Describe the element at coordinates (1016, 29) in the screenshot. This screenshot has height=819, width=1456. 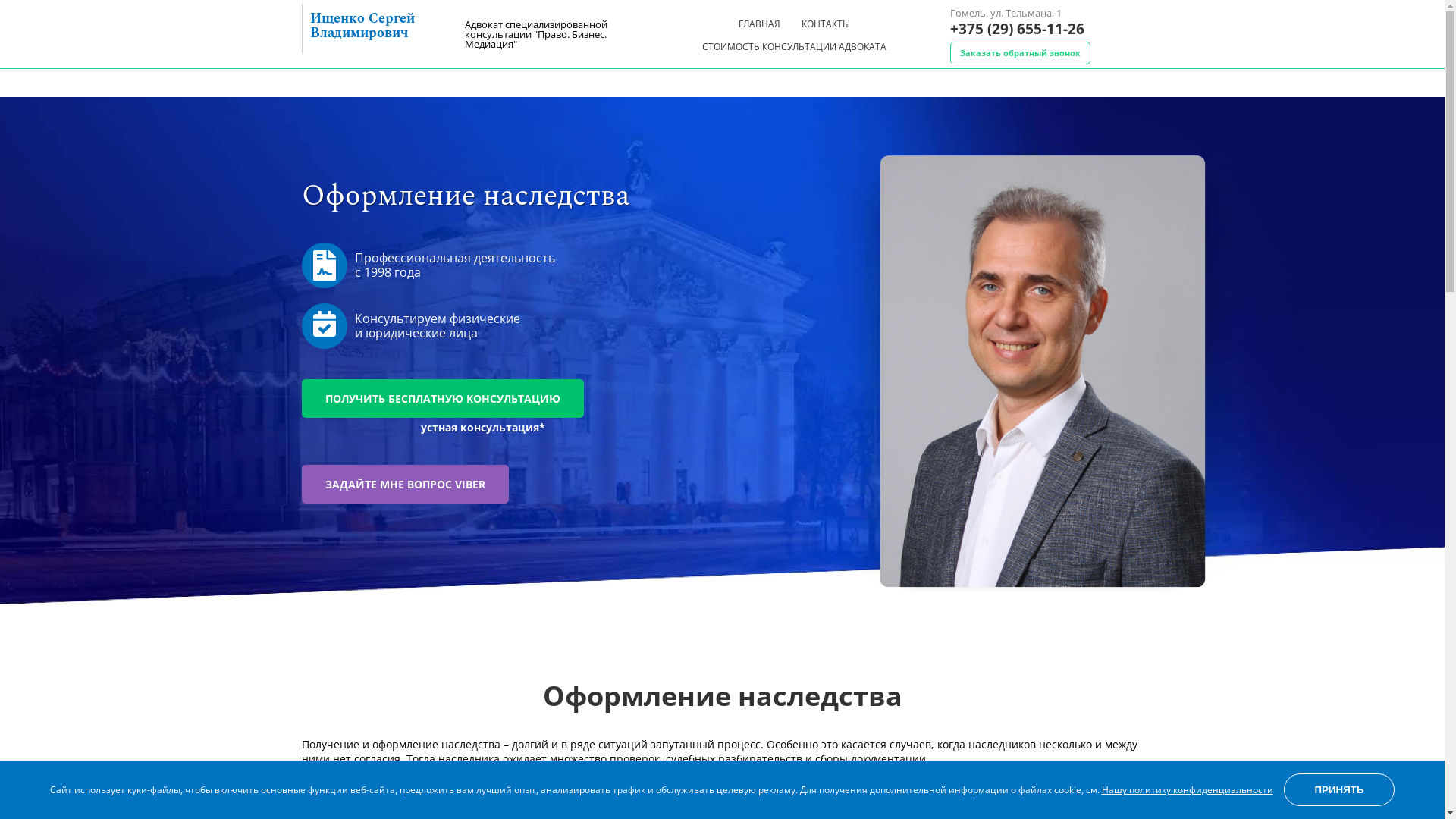
I see `'+375 (29) 655-11-26'` at that location.